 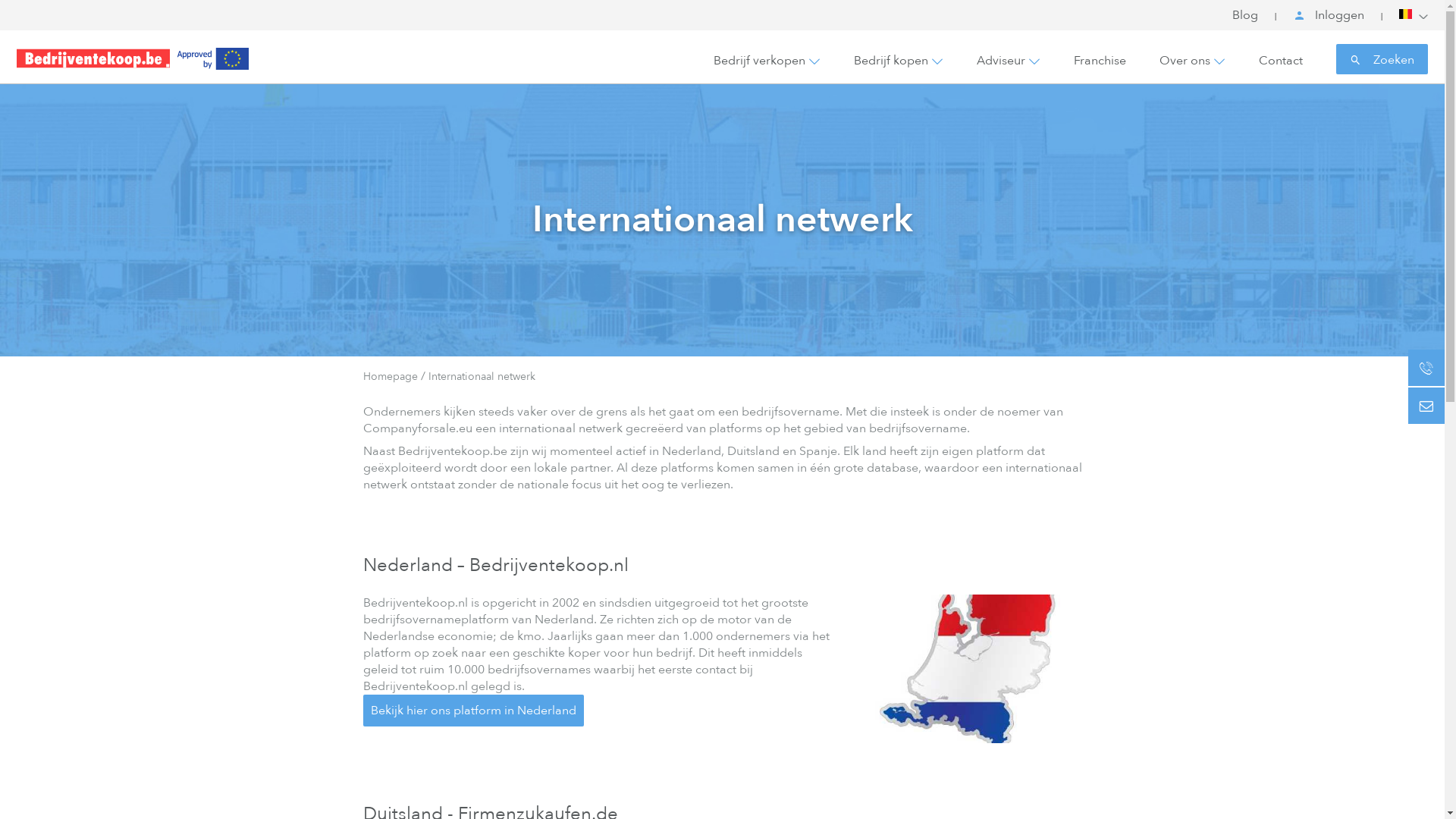 I want to click on 'Zoeken', so click(x=1382, y=58).